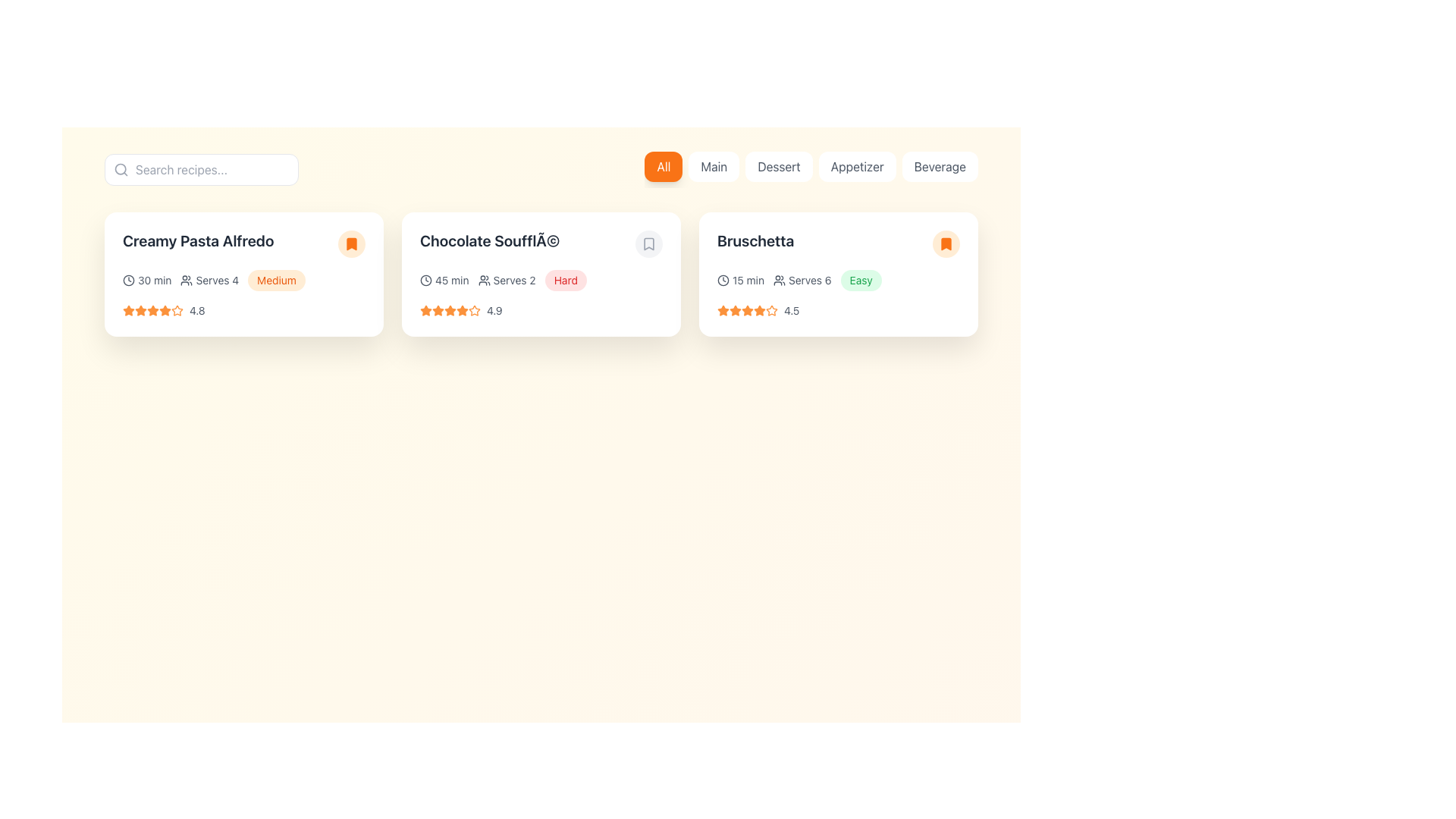 The image size is (1456, 819). What do you see at coordinates (771, 309) in the screenshot?
I see `the last star icon in the group of five stars indicating the rating for the 'Bruschetta' item, located within the third card from the left` at bounding box center [771, 309].